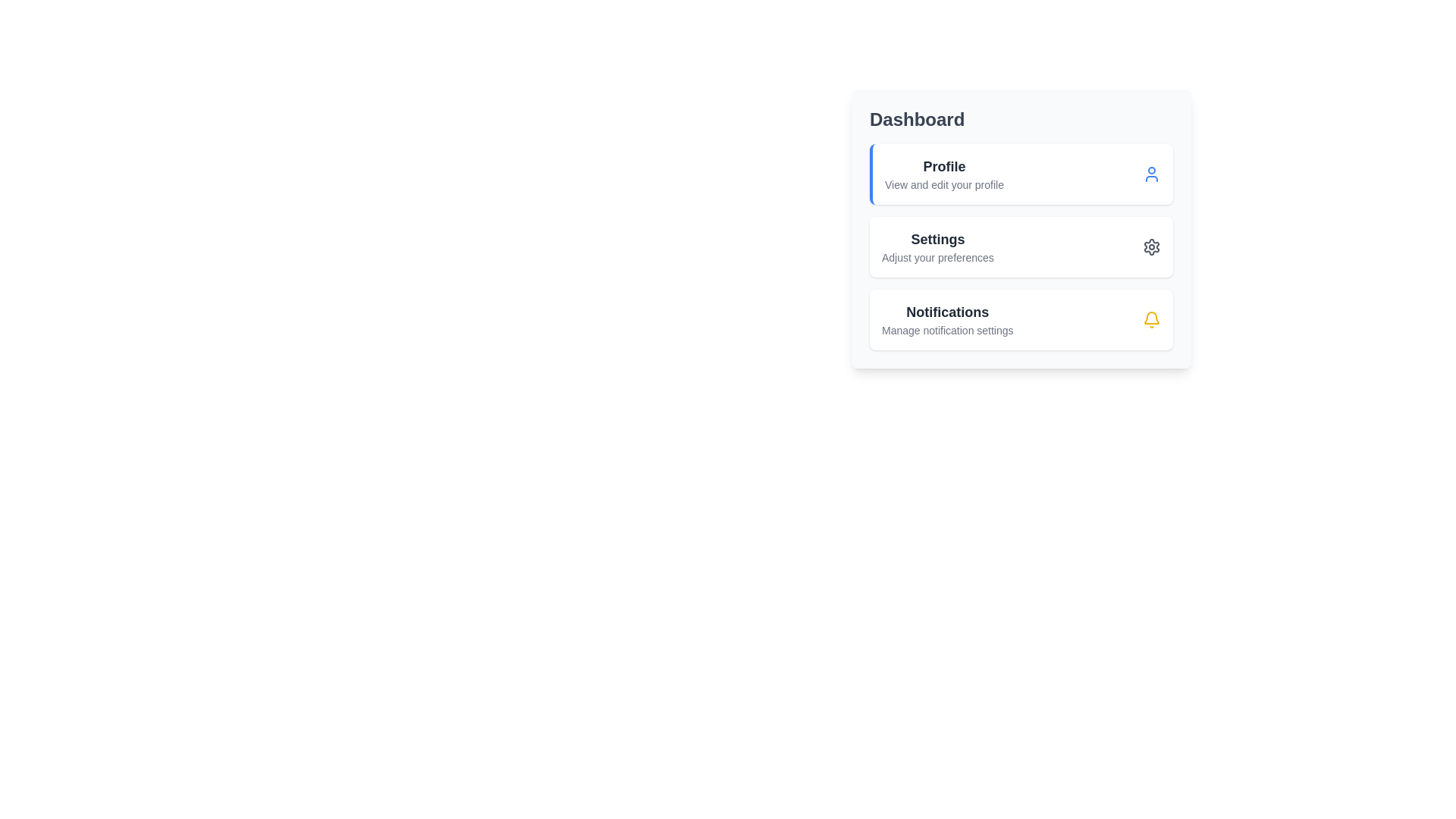 This screenshot has height=819, width=1456. What do you see at coordinates (916, 119) in the screenshot?
I see `the 'Dashboard' heading text, which is a bold, large dark gray label located at the top-right area of the interface, making it visually distinct as a prominent heading` at bounding box center [916, 119].